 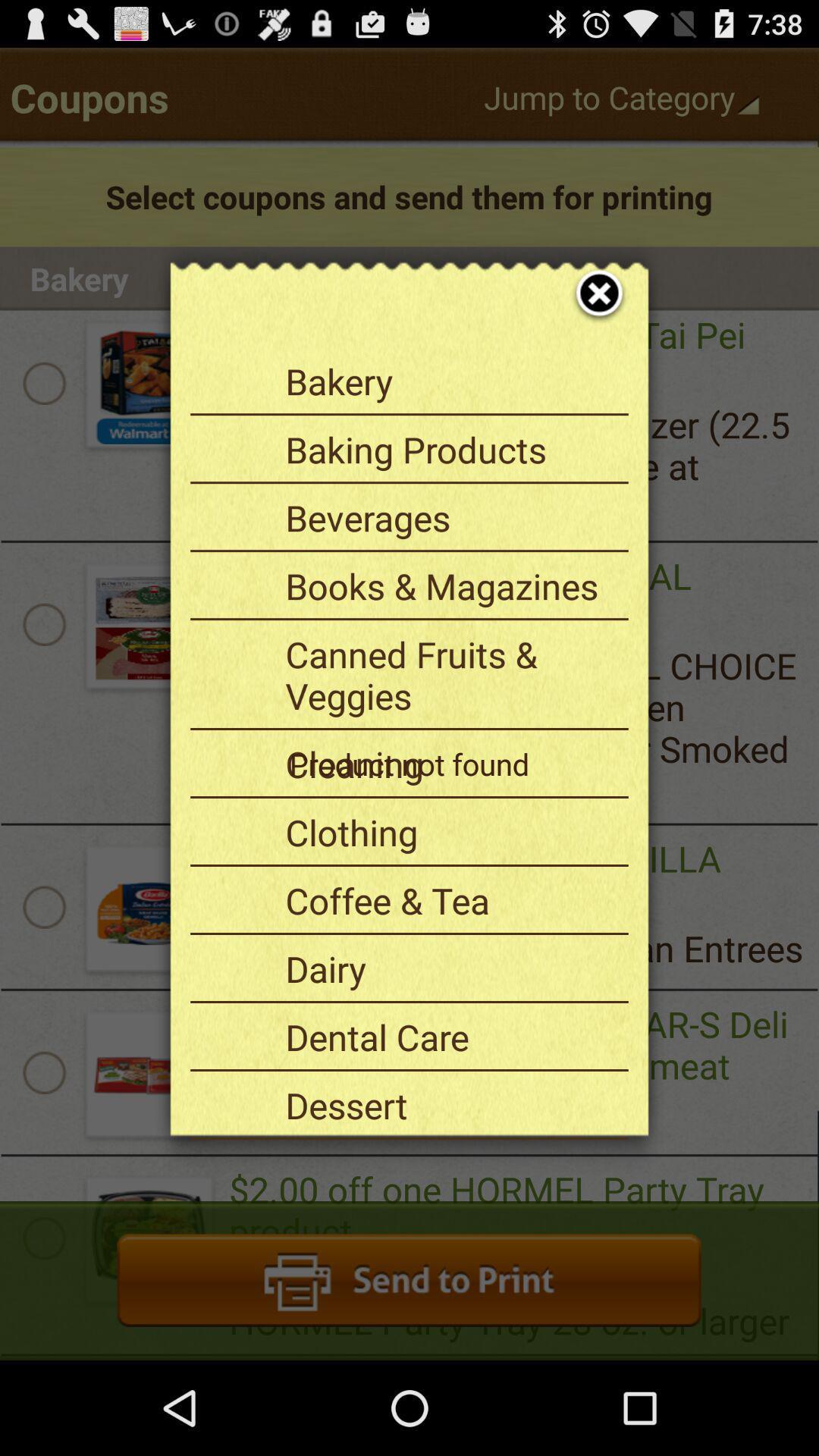 I want to click on dental care app, so click(x=450, y=1036).